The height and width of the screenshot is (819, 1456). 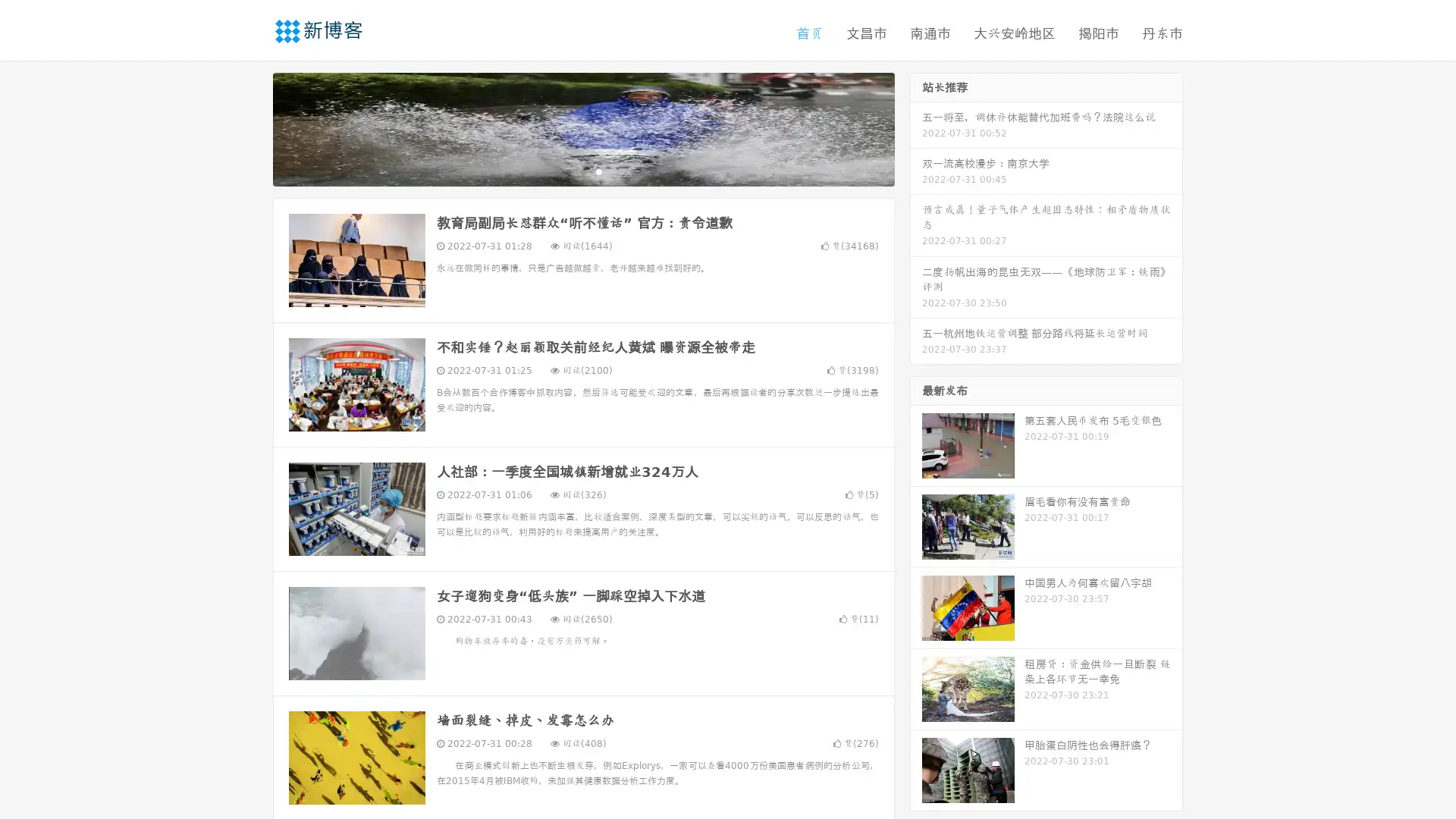 I want to click on Go to slide 1, so click(x=567, y=171).